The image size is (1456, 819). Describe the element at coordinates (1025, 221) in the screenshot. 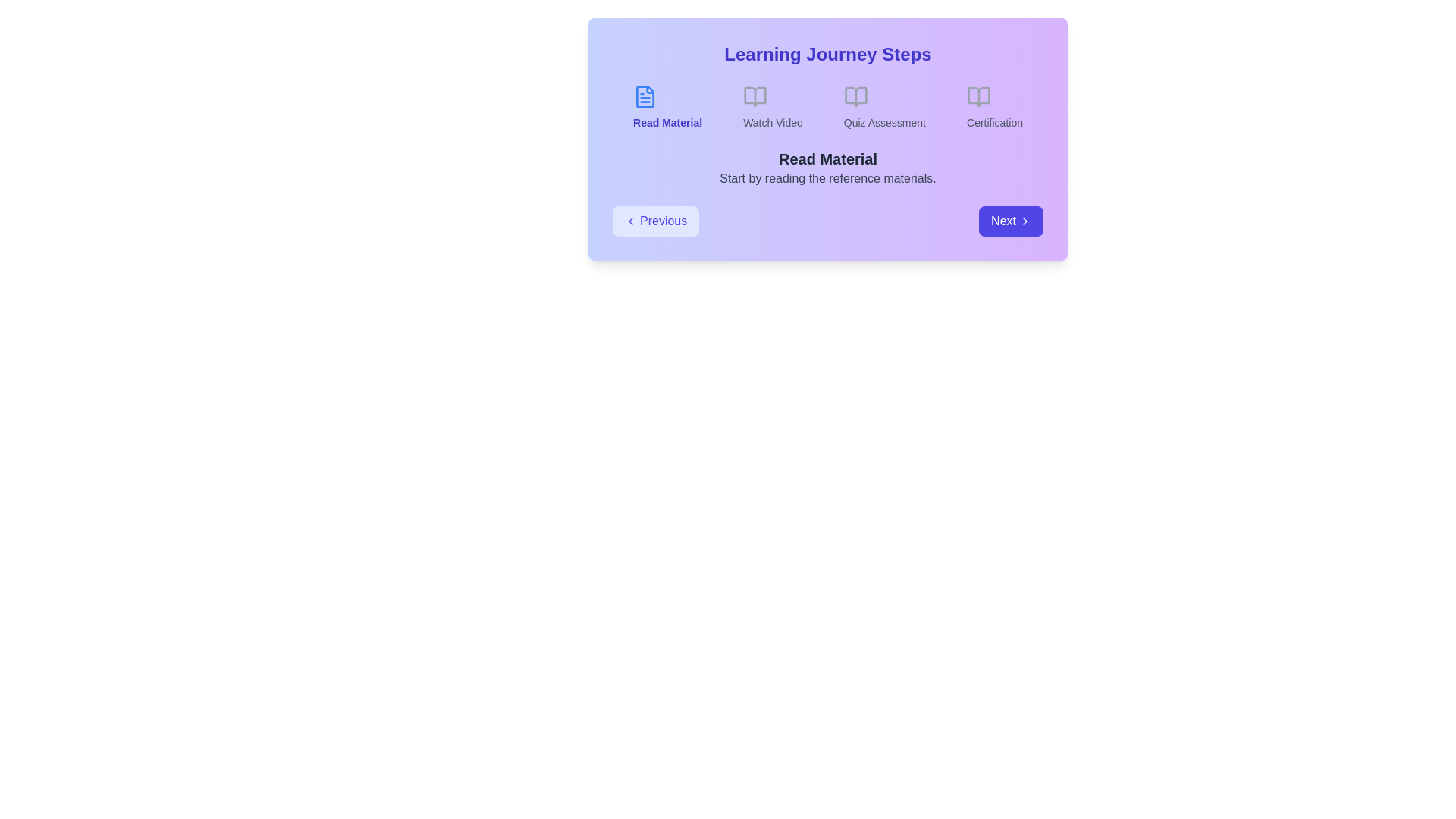

I see `the 'Next' button located at the bottom-right of the 'Learning Journey Steps' card by clicking on the icon that indicates forward navigation to proceed to the next step` at that location.